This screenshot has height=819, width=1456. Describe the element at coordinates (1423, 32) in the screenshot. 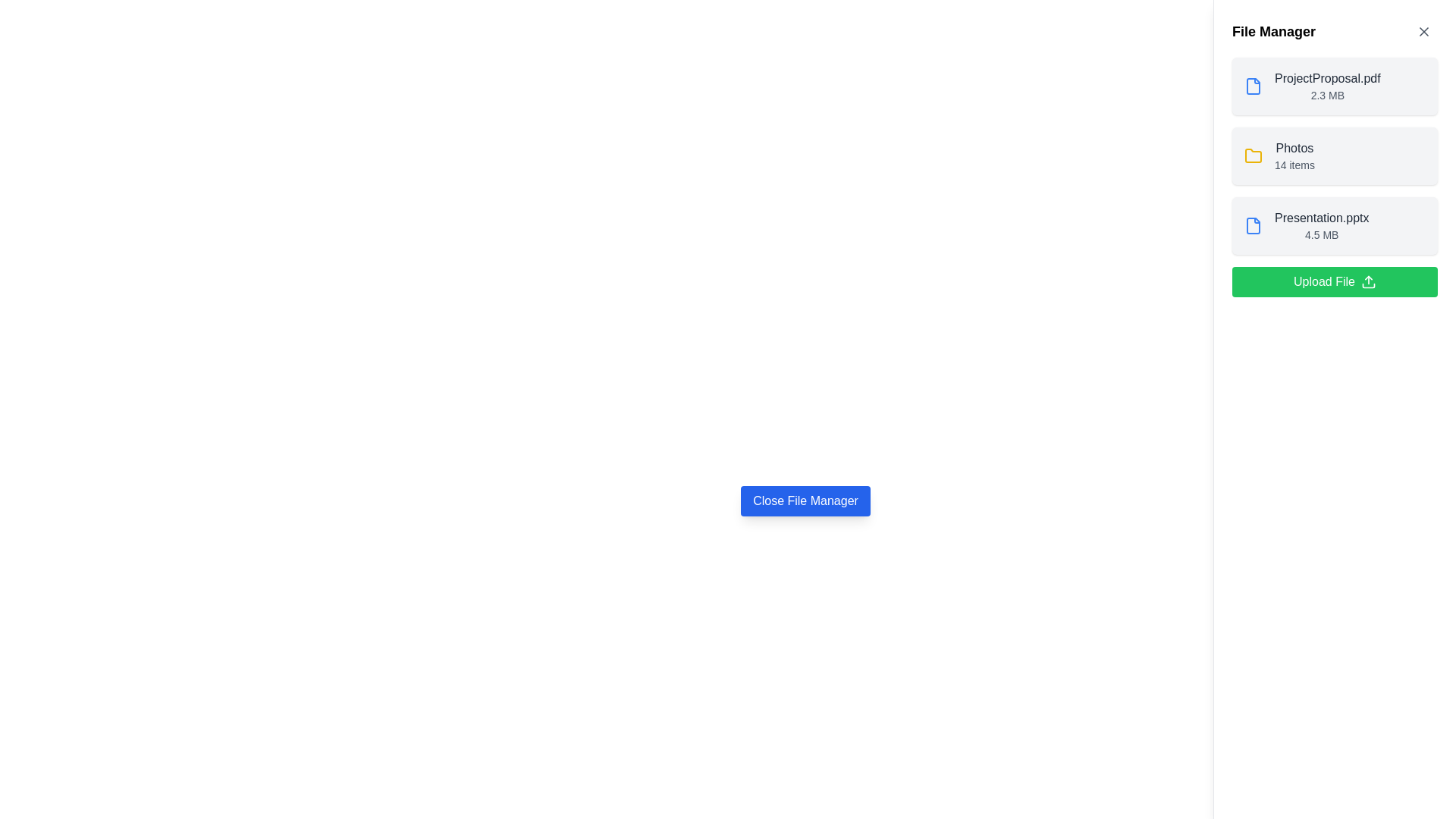

I see `the 'X' icon button in the top-right corner of the 'File Manager' panel` at that location.